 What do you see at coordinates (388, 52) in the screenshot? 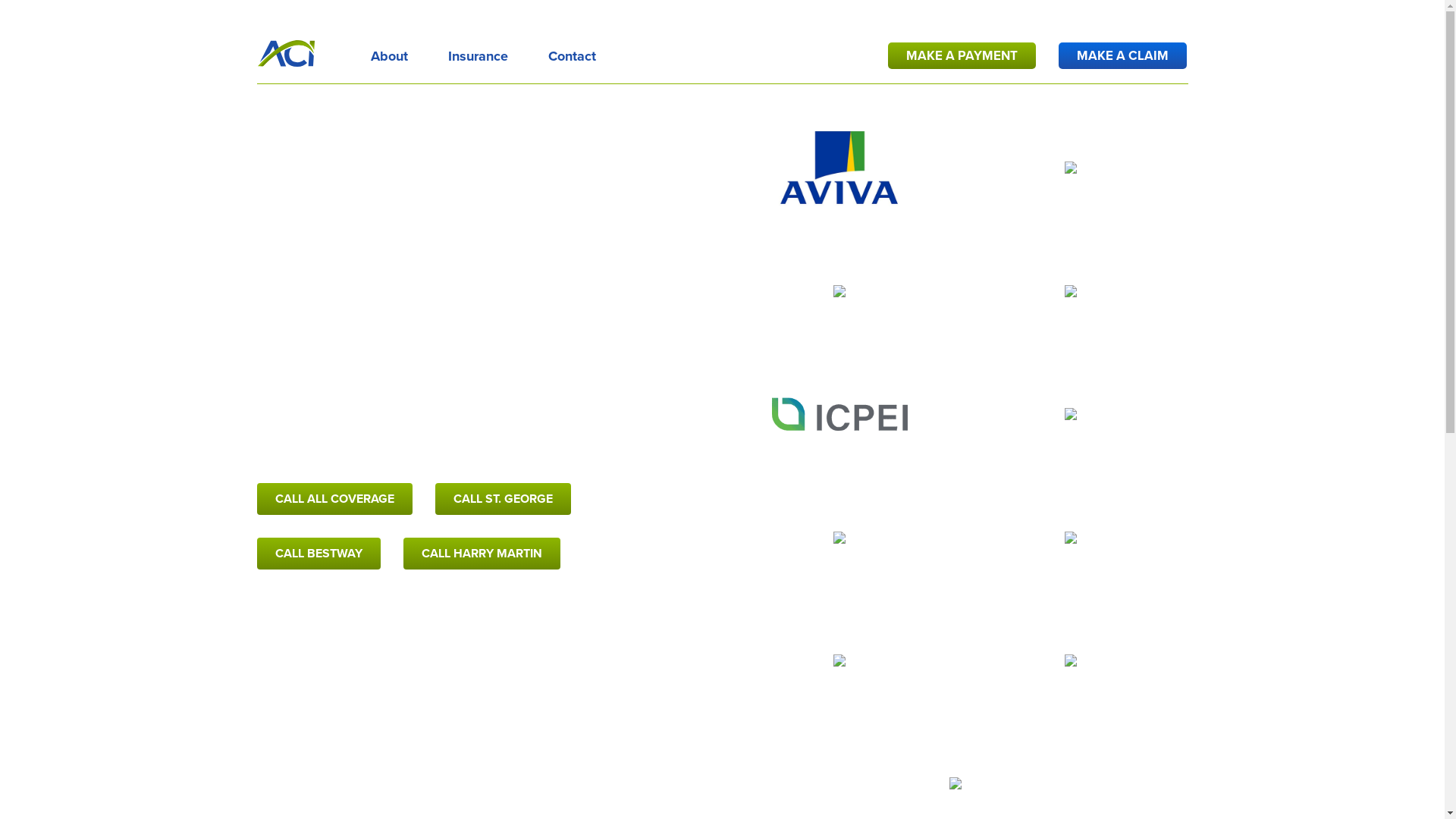
I see `'About'` at bounding box center [388, 52].